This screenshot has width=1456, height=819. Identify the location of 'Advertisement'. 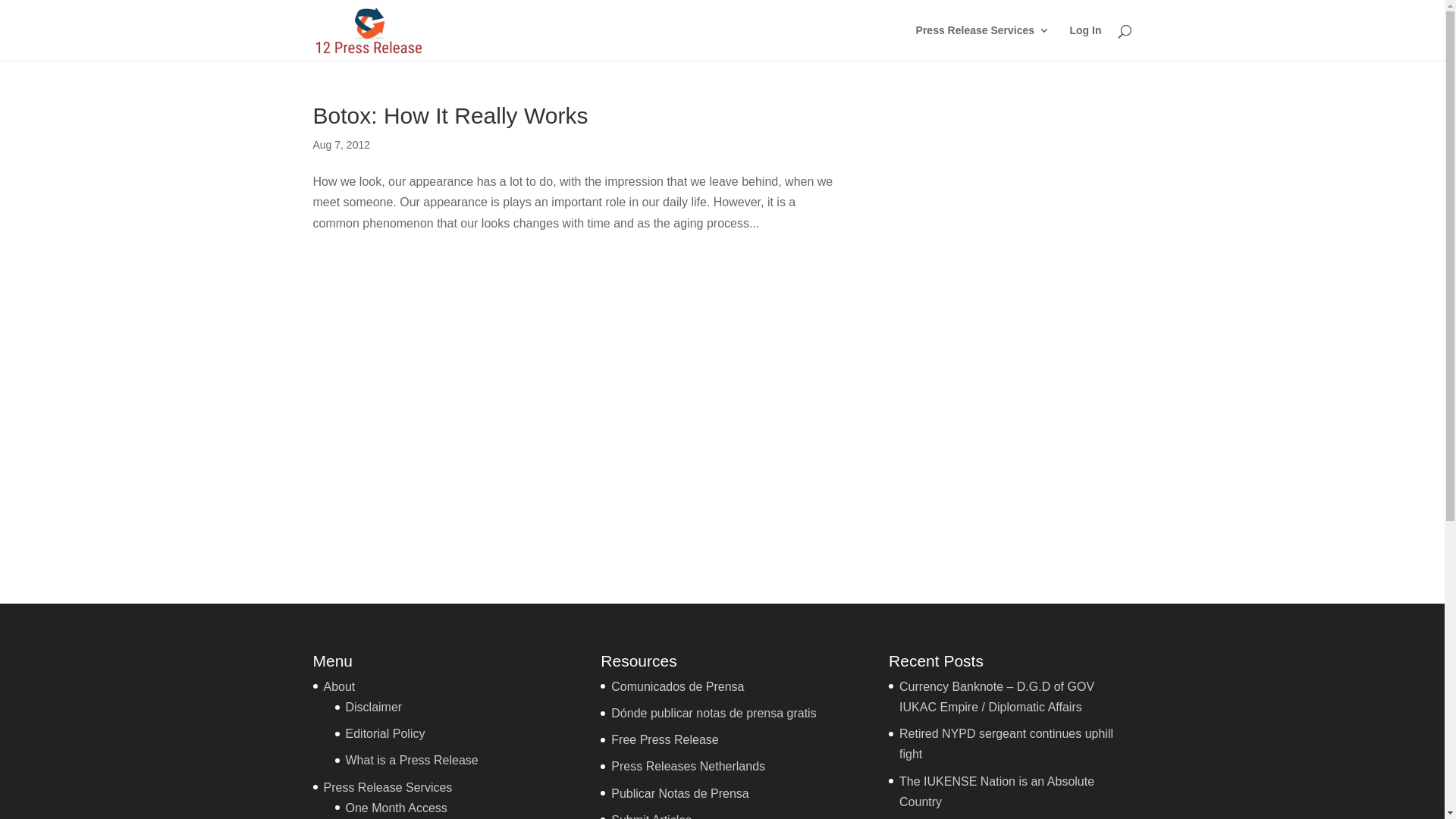
(1014, 331).